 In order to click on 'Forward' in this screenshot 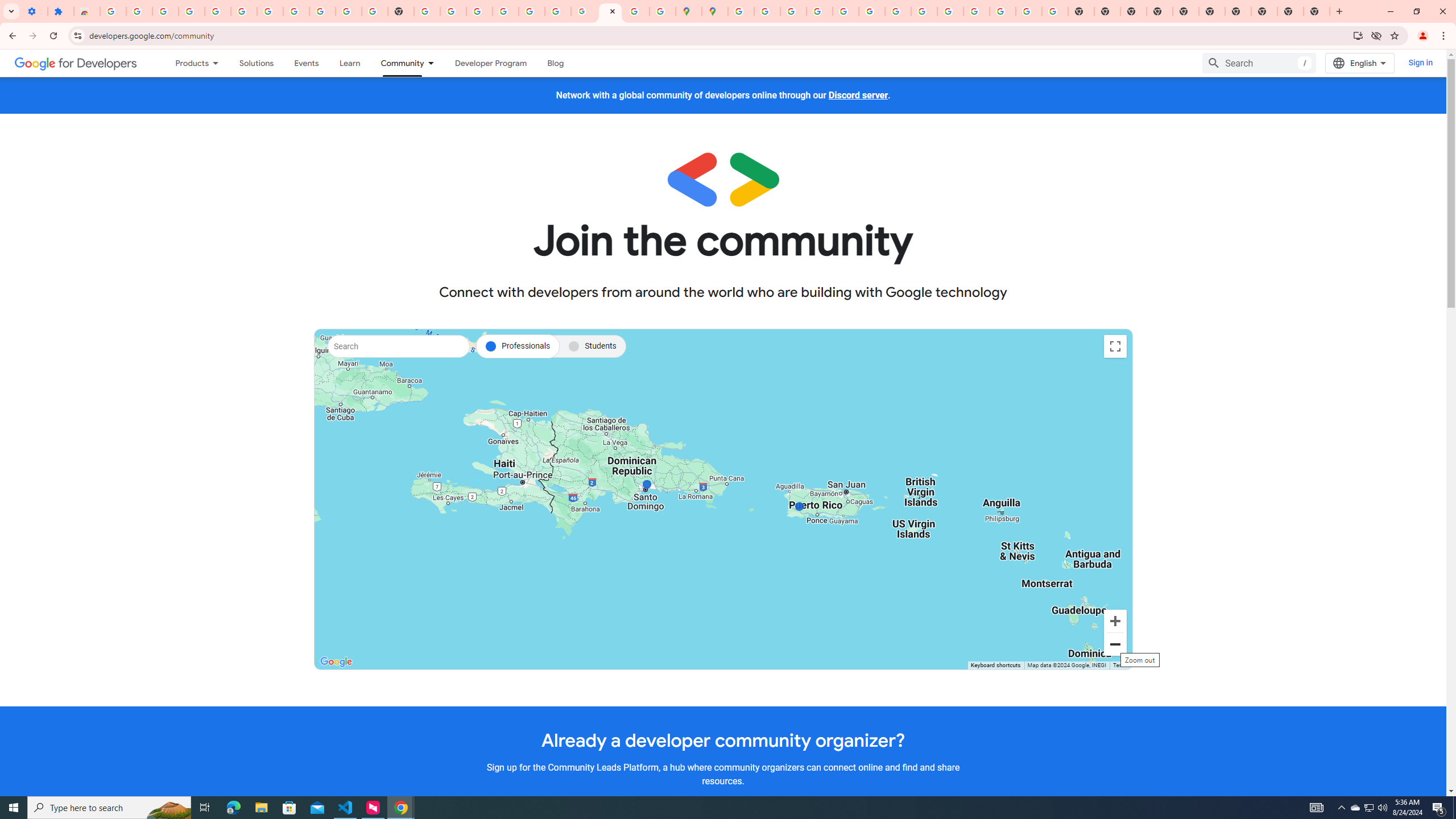, I will do `click(32, 35)`.